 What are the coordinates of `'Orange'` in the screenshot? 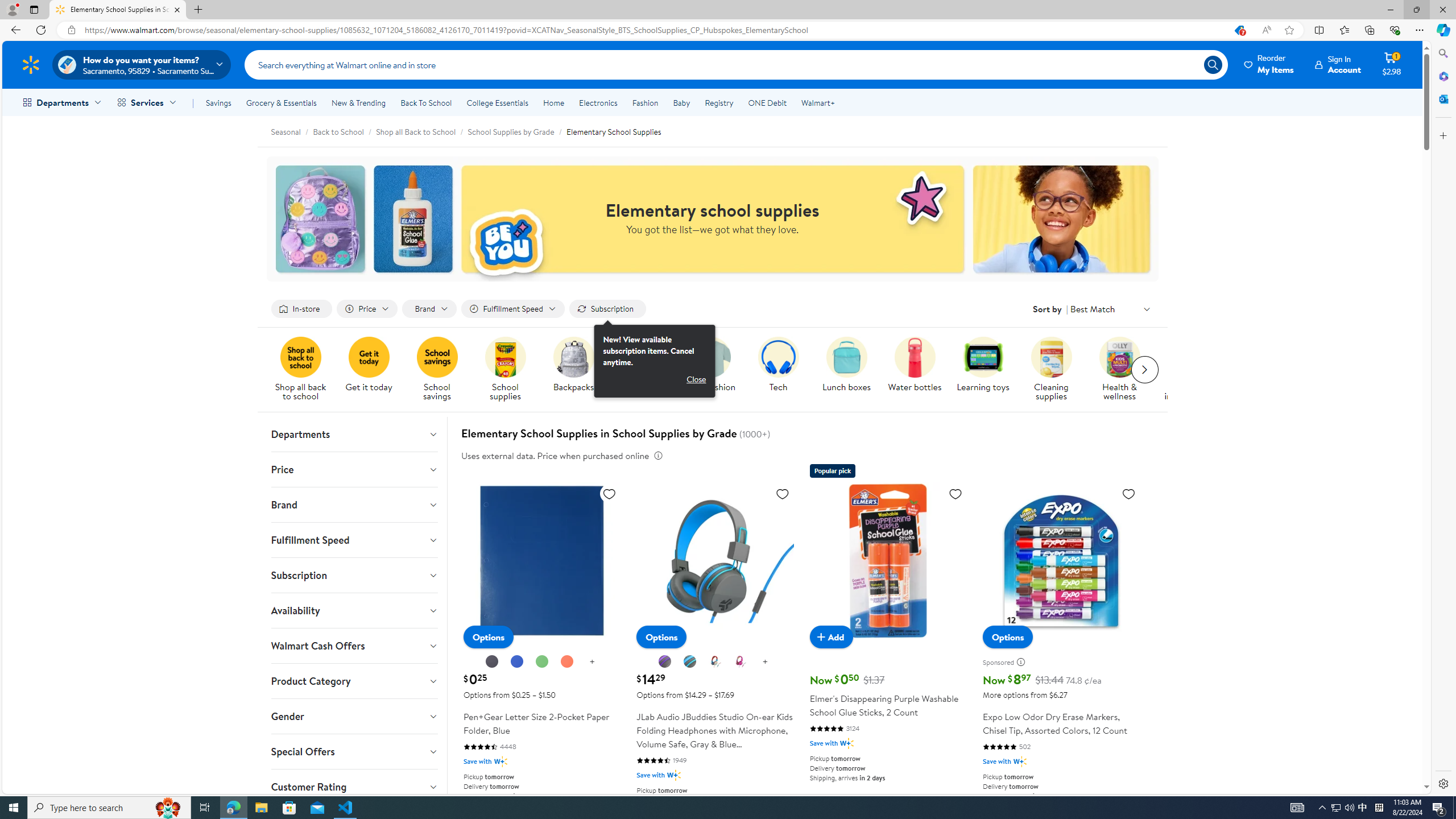 It's located at (565, 661).